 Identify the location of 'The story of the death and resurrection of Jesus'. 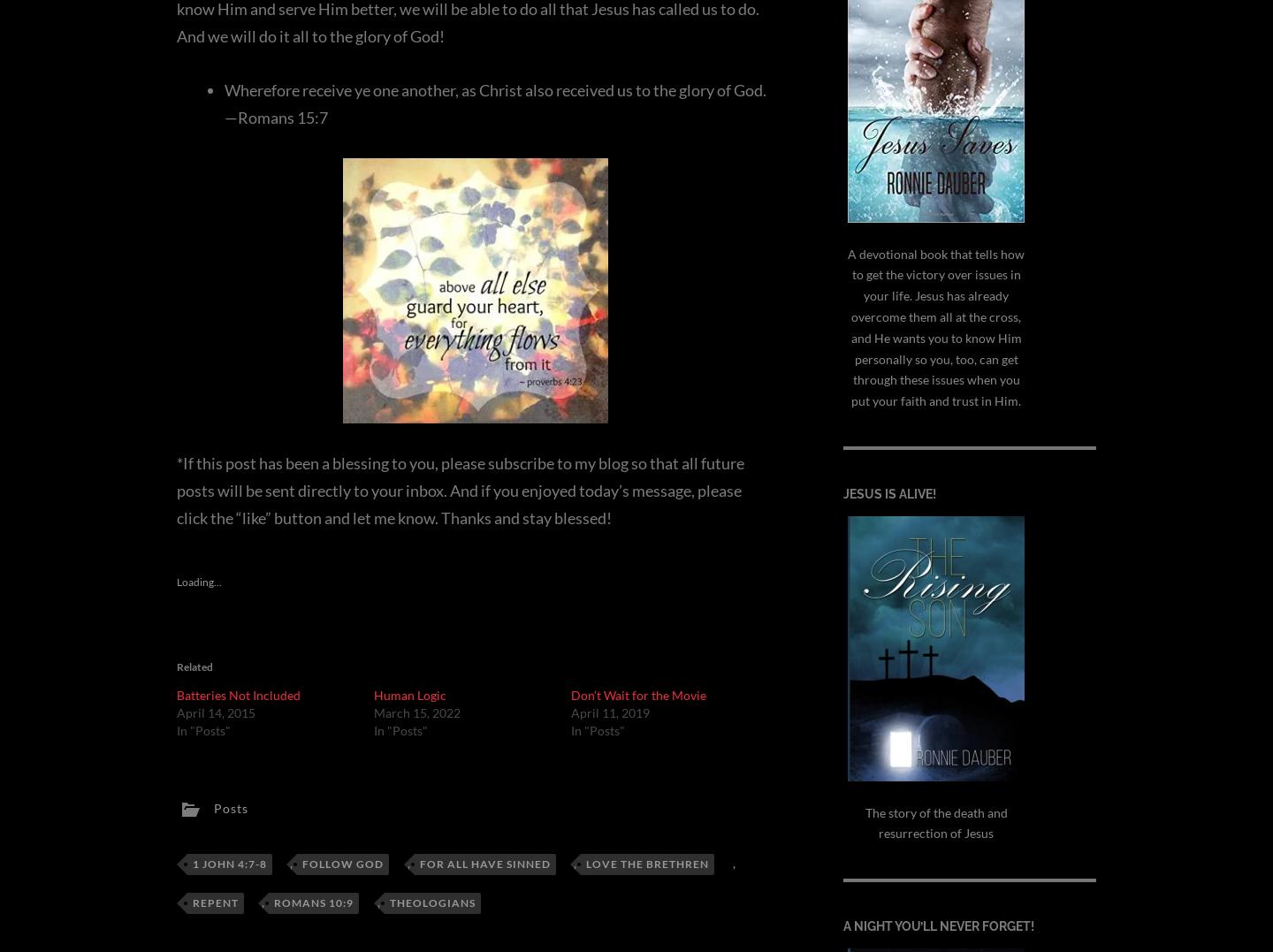
(935, 821).